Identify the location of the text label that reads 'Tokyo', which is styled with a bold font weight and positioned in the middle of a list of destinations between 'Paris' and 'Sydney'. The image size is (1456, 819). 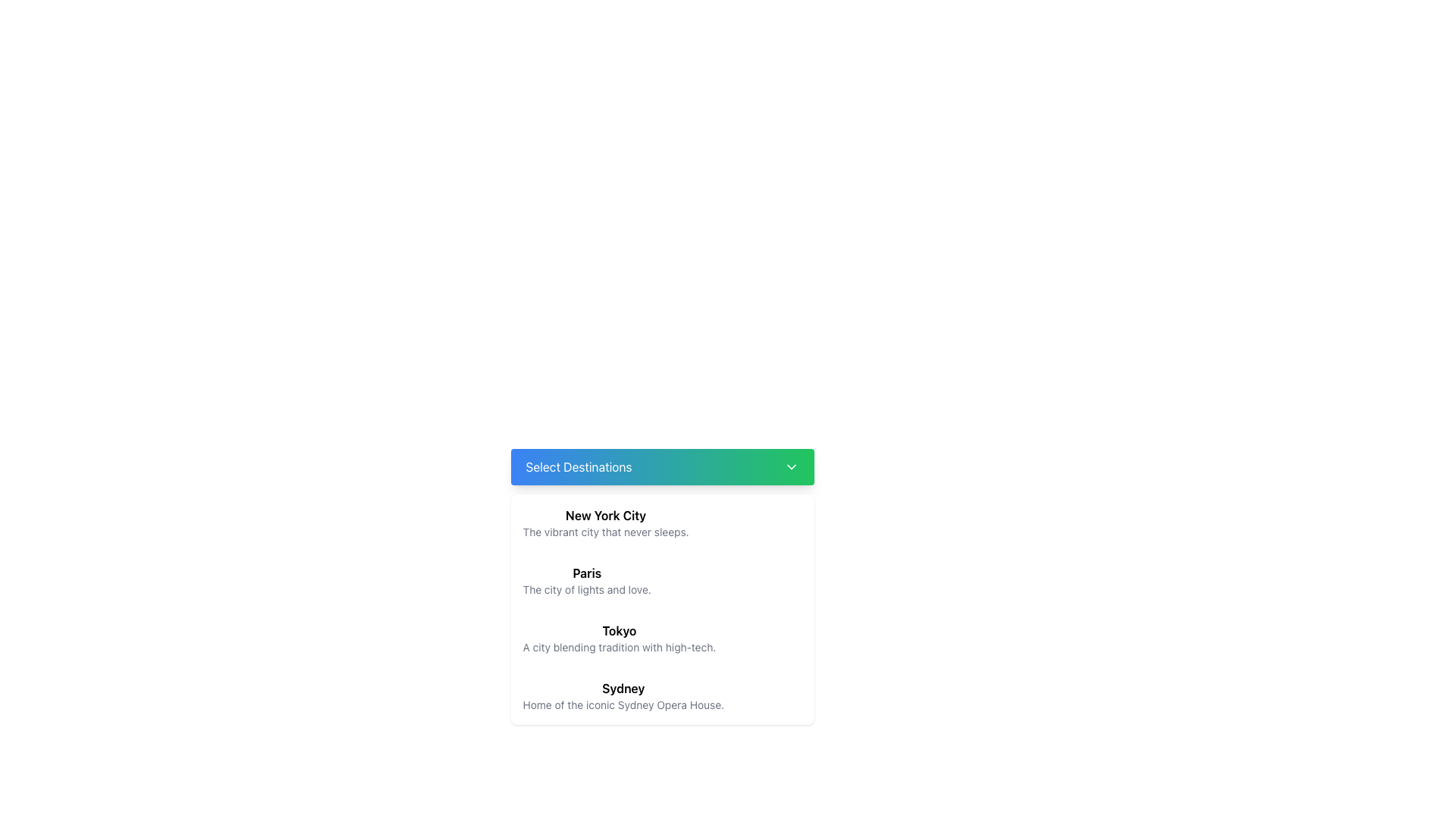
(619, 631).